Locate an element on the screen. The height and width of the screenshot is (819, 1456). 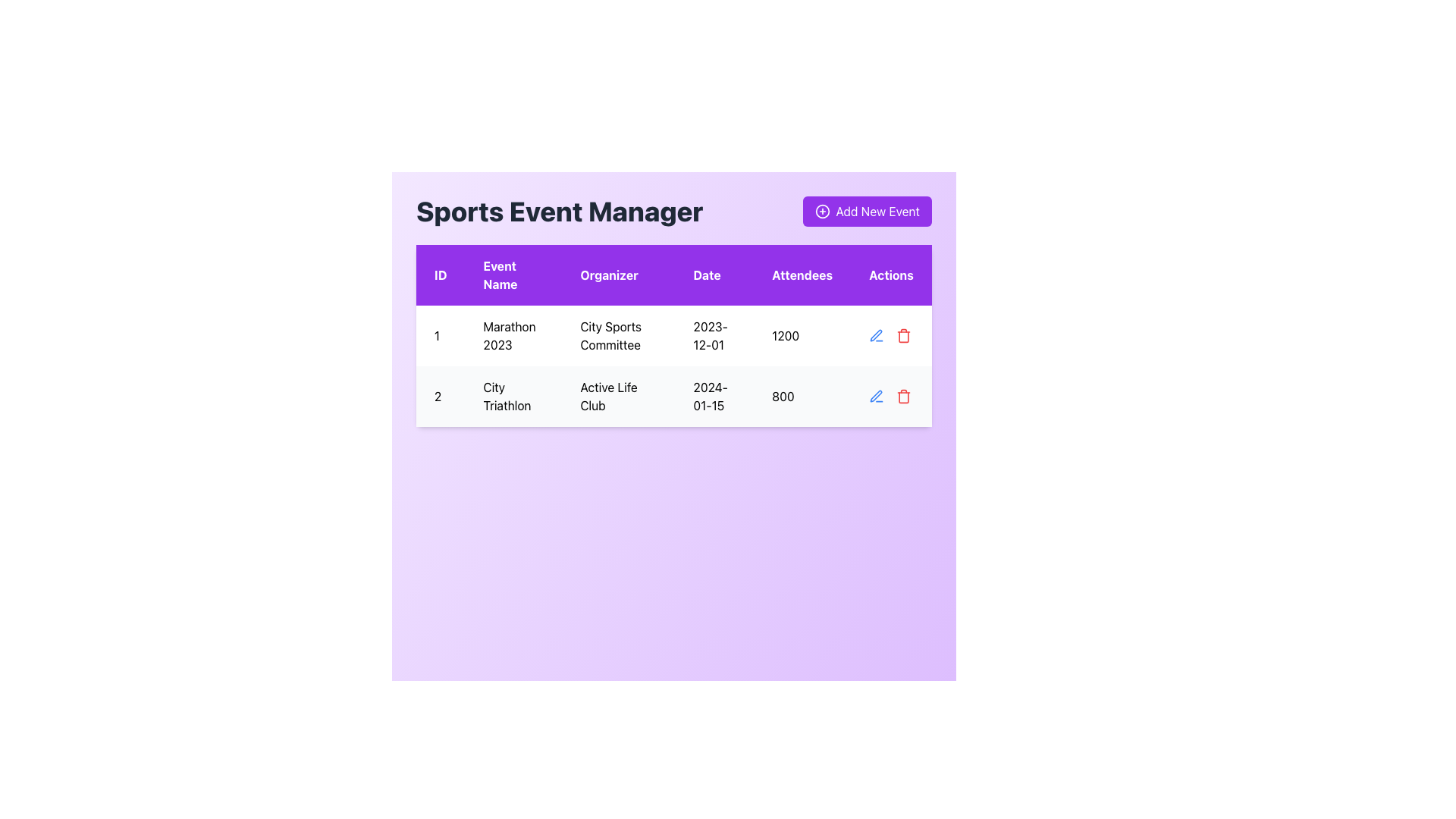
the unique identifier text for 'City Triathlon' located in the ID column of the second row of the table is located at coordinates (440, 396).